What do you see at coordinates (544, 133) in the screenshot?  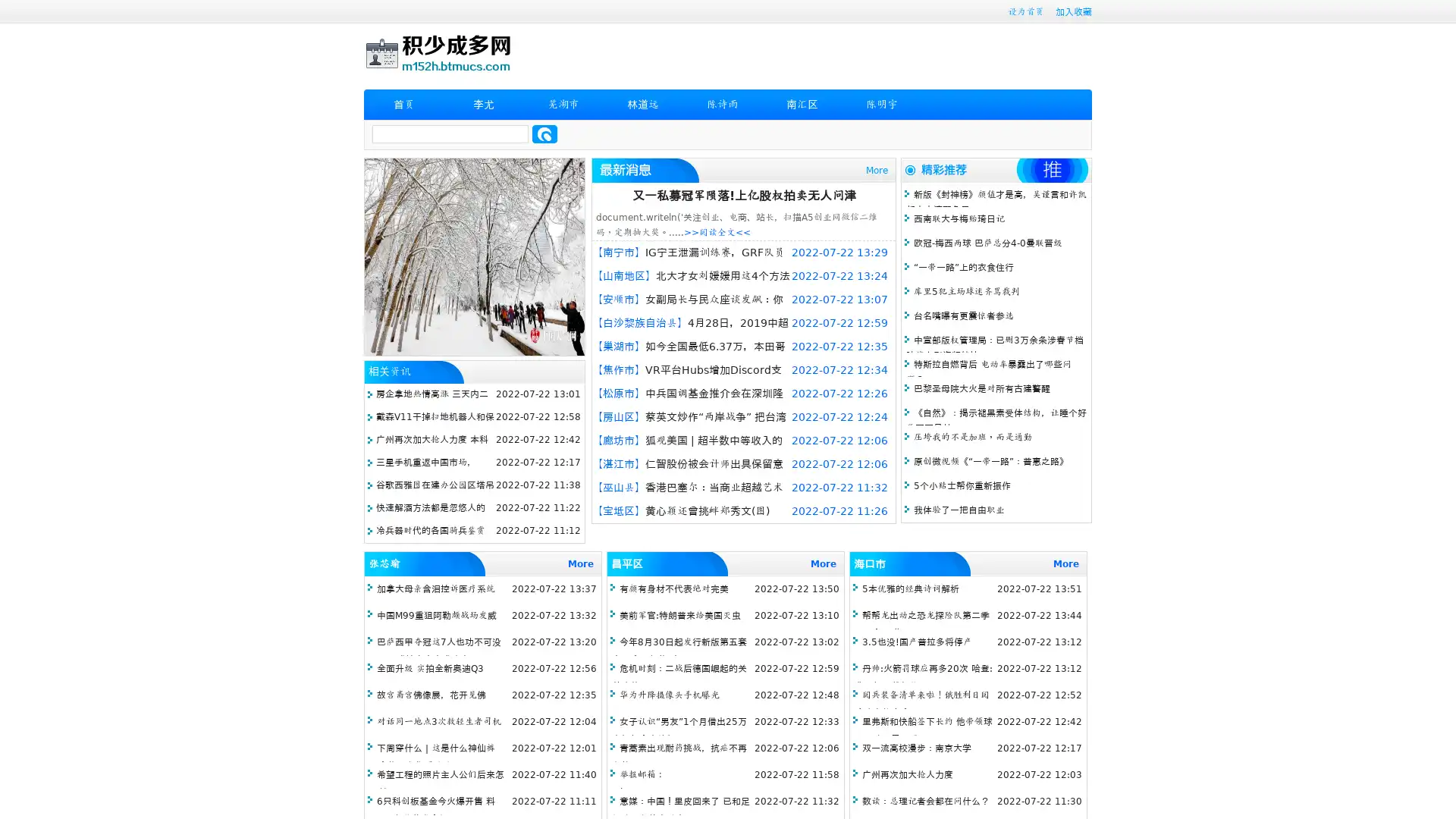 I see `Search` at bounding box center [544, 133].